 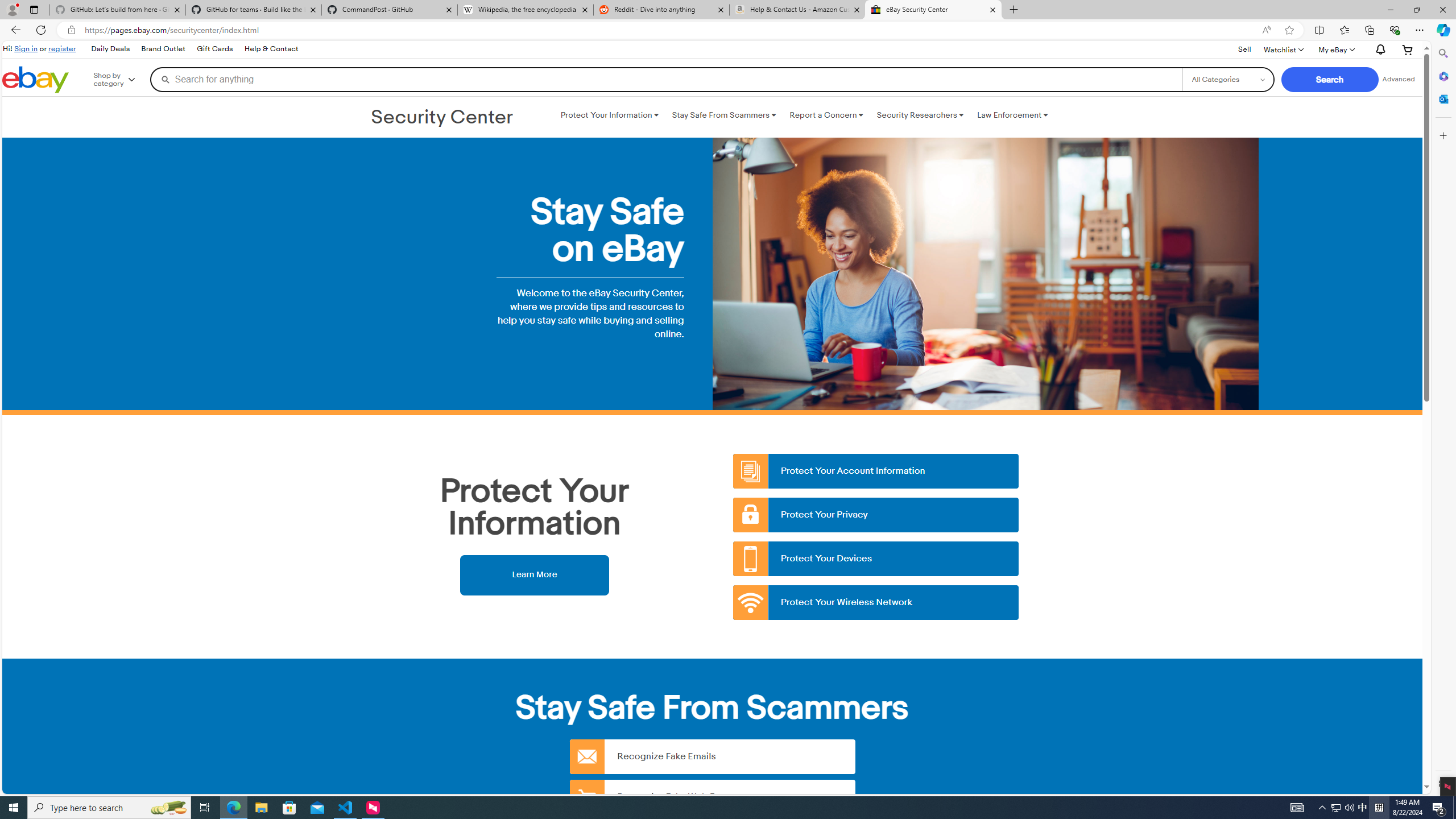 I want to click on 'Daily Deals', so click(x=109, y=48).